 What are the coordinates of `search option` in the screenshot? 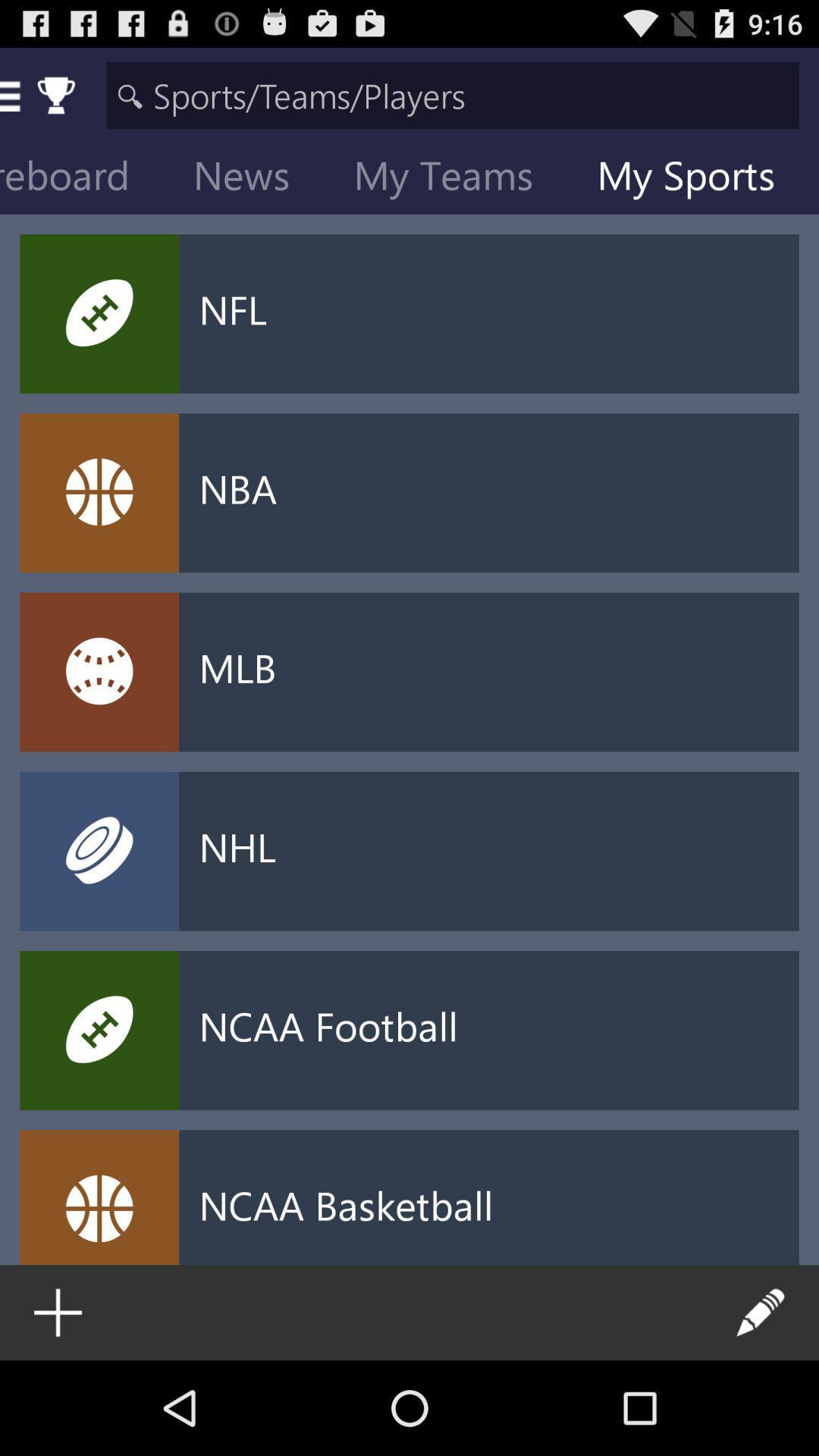 It's located at (452, 94).